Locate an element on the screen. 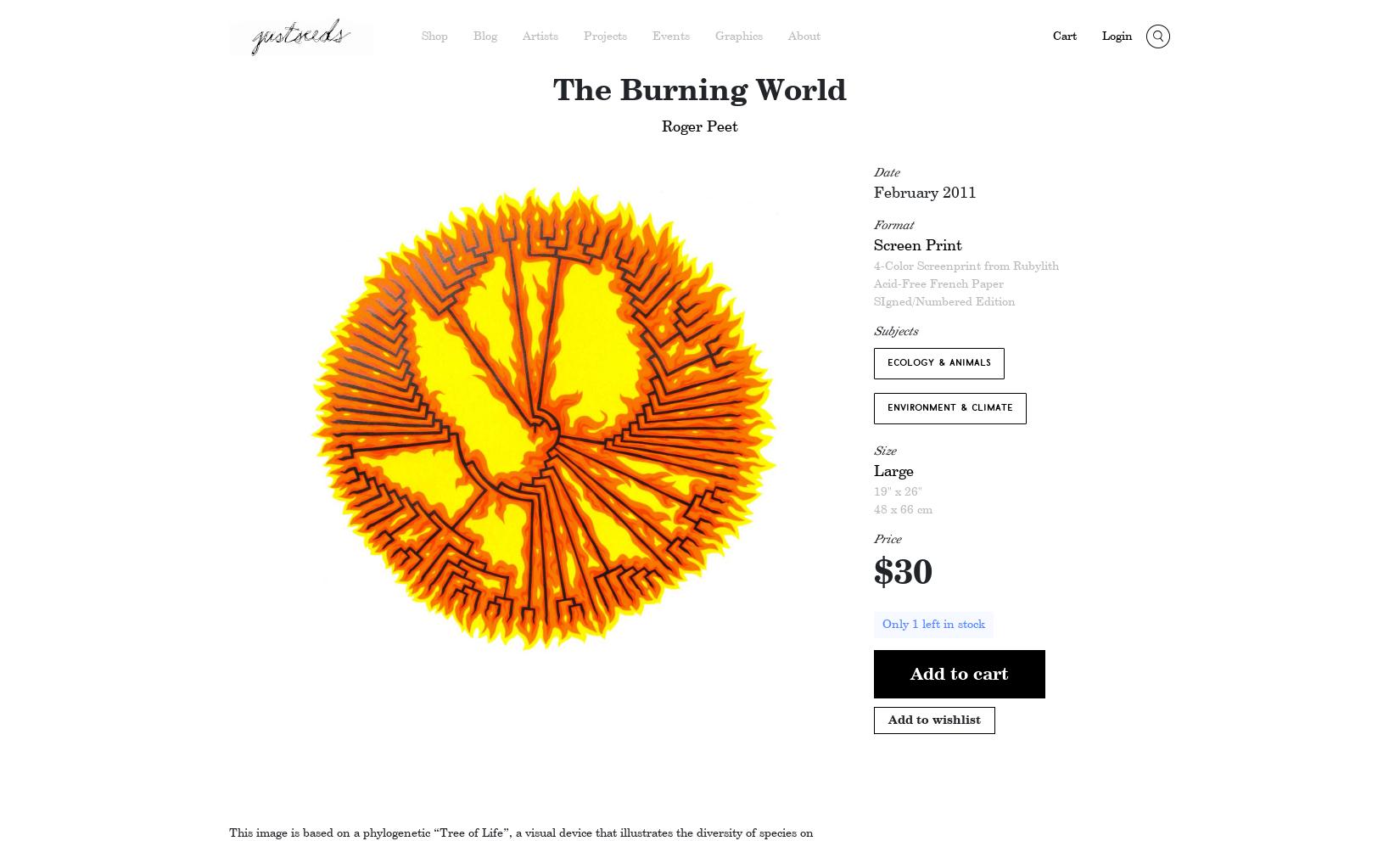  'SIgned/Numbered Edition' is located at coordinates (944, 301).